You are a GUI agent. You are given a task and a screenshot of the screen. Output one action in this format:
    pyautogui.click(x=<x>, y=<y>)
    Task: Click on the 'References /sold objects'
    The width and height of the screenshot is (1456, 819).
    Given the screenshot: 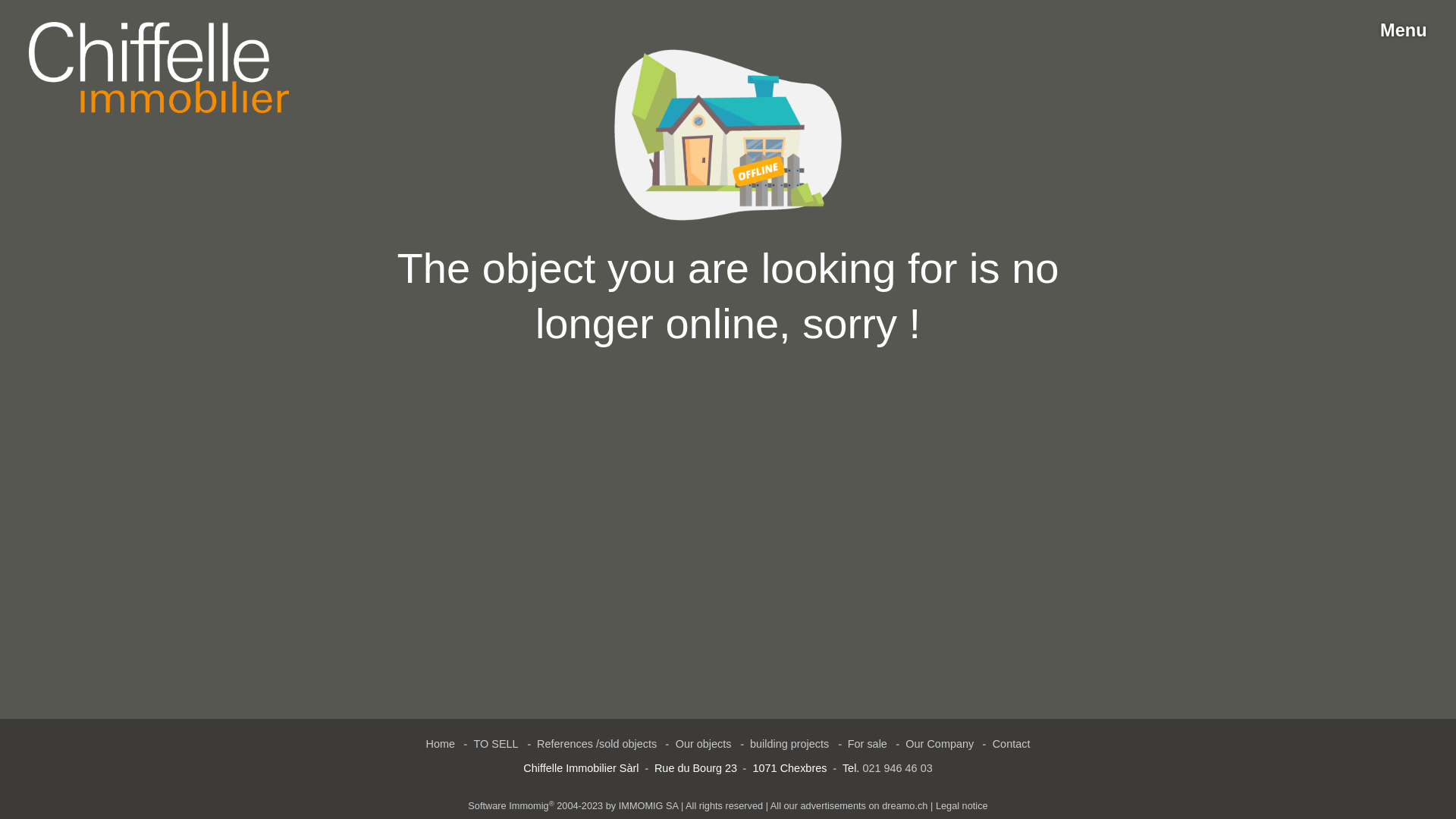 What is the action you would take?
    pyautogui.click(x=596, y=743)
    